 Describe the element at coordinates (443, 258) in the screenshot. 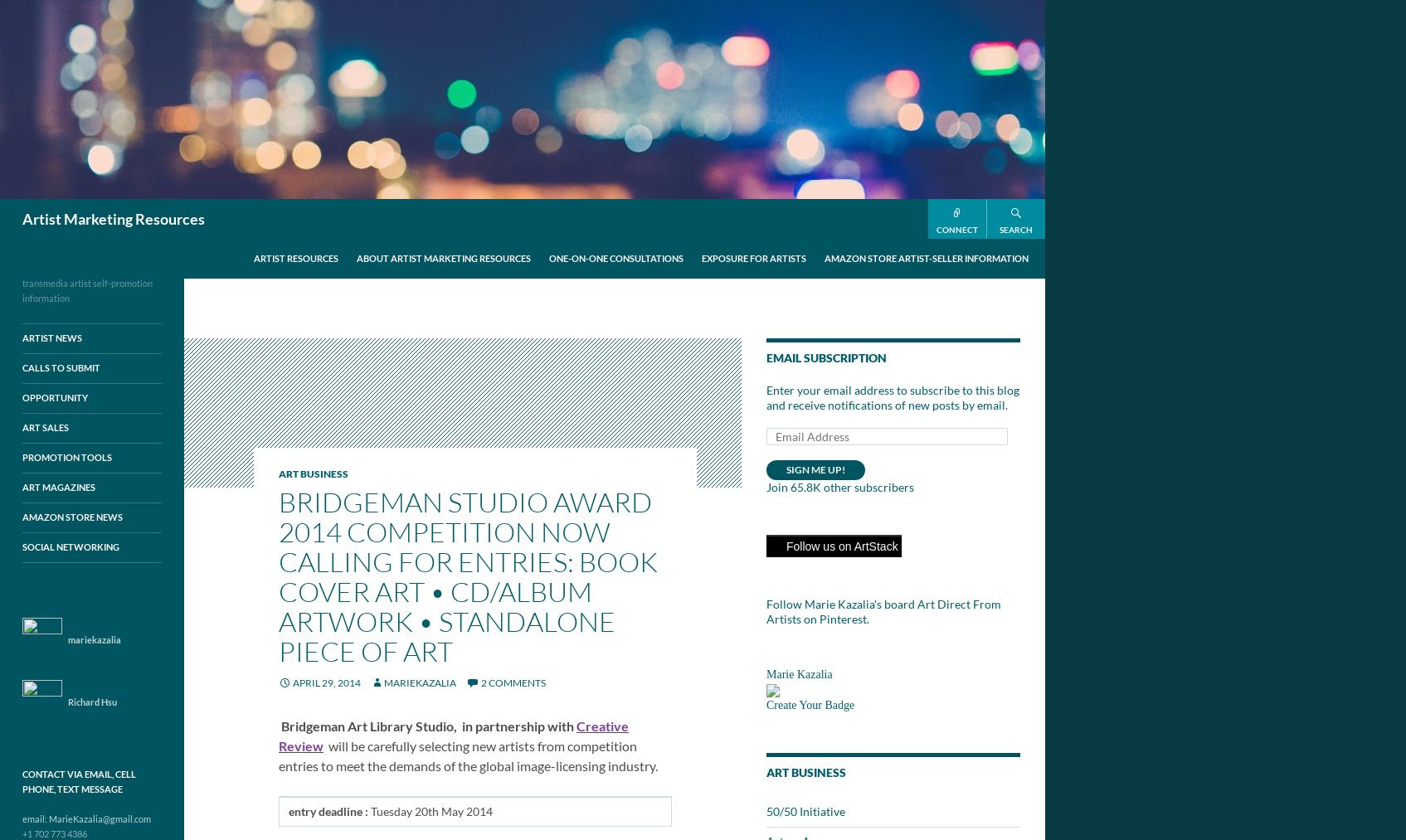

I see `'About  Artist  Marketing  Resources'` at that location.